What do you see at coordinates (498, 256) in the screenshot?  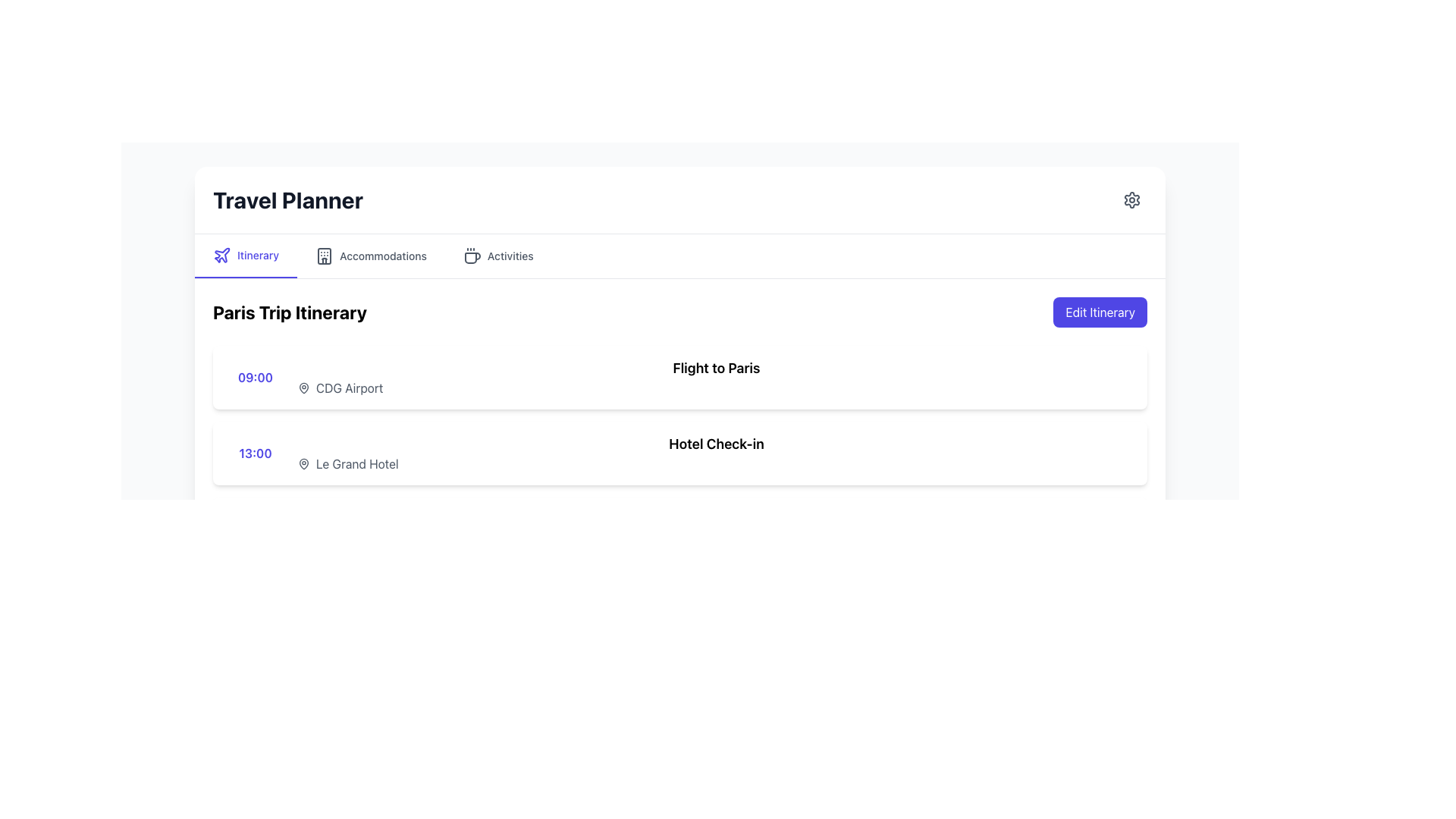 I see `the 'Activities' tab, which is the third tab in the navigation menu below 'Travel Planner', to change its color` at bounding box center [498, 256].